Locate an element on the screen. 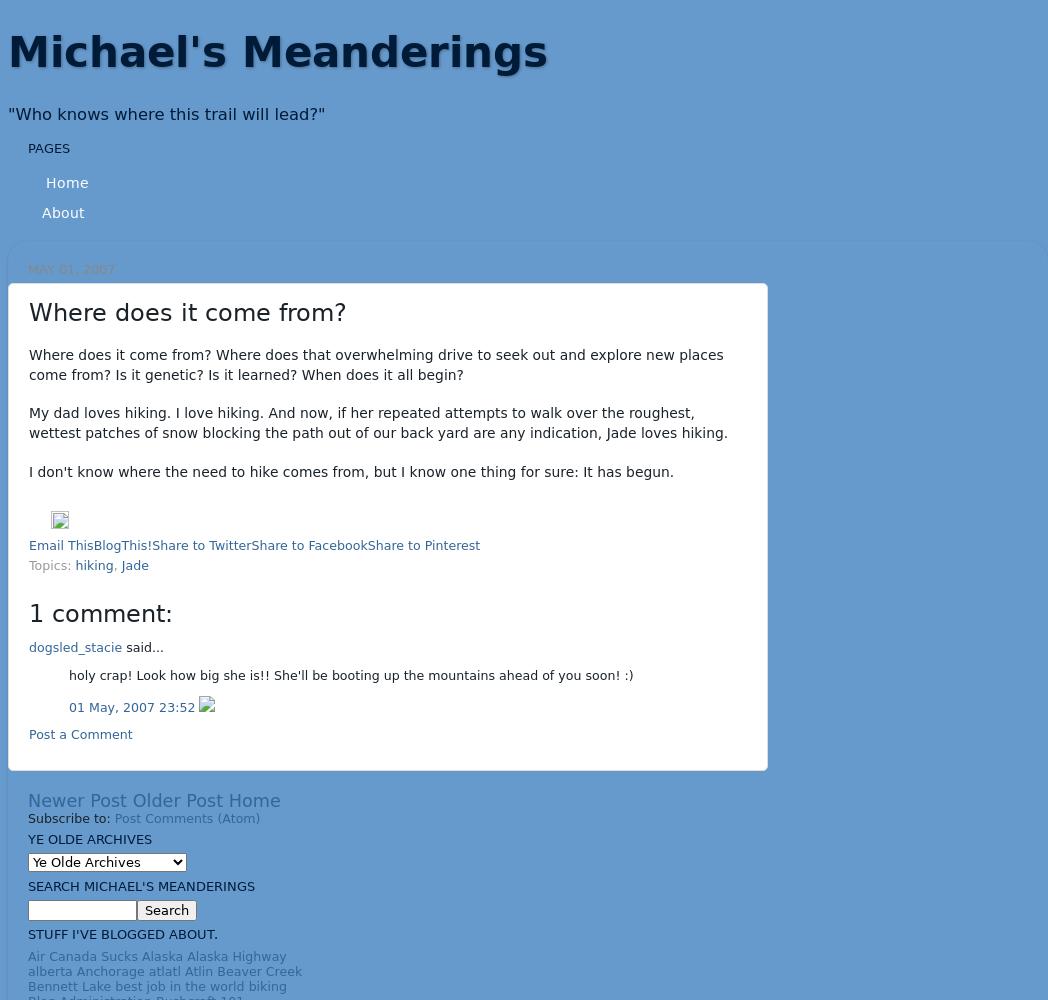  'Stuff I've blogged about.' is located at coordinates (122, 934).